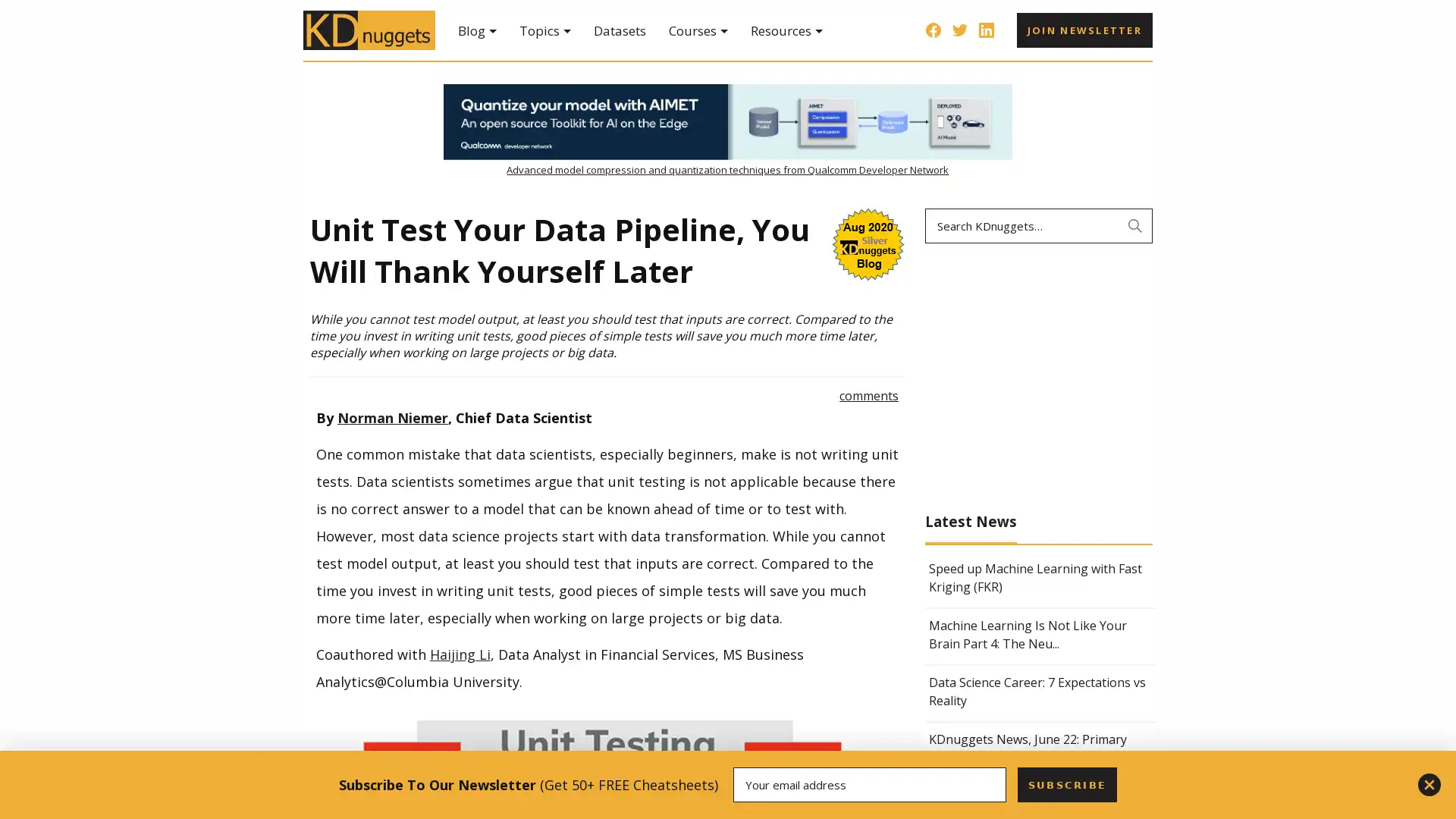  Describe the element at coordinates (1135, 225) in the screenshot. I see `Search` at that location.